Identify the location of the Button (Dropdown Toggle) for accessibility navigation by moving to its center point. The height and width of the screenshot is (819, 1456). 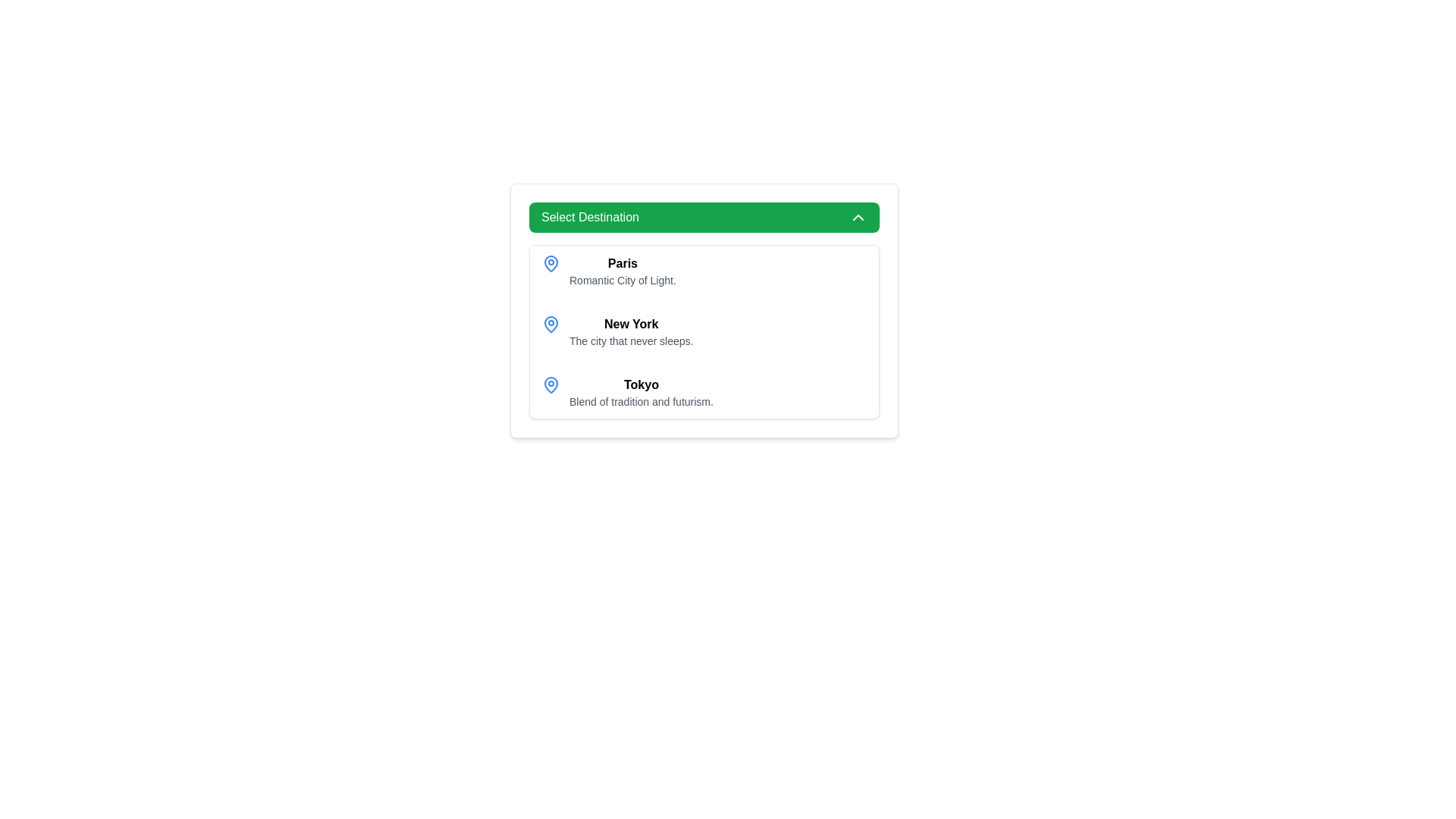
(704, 217).